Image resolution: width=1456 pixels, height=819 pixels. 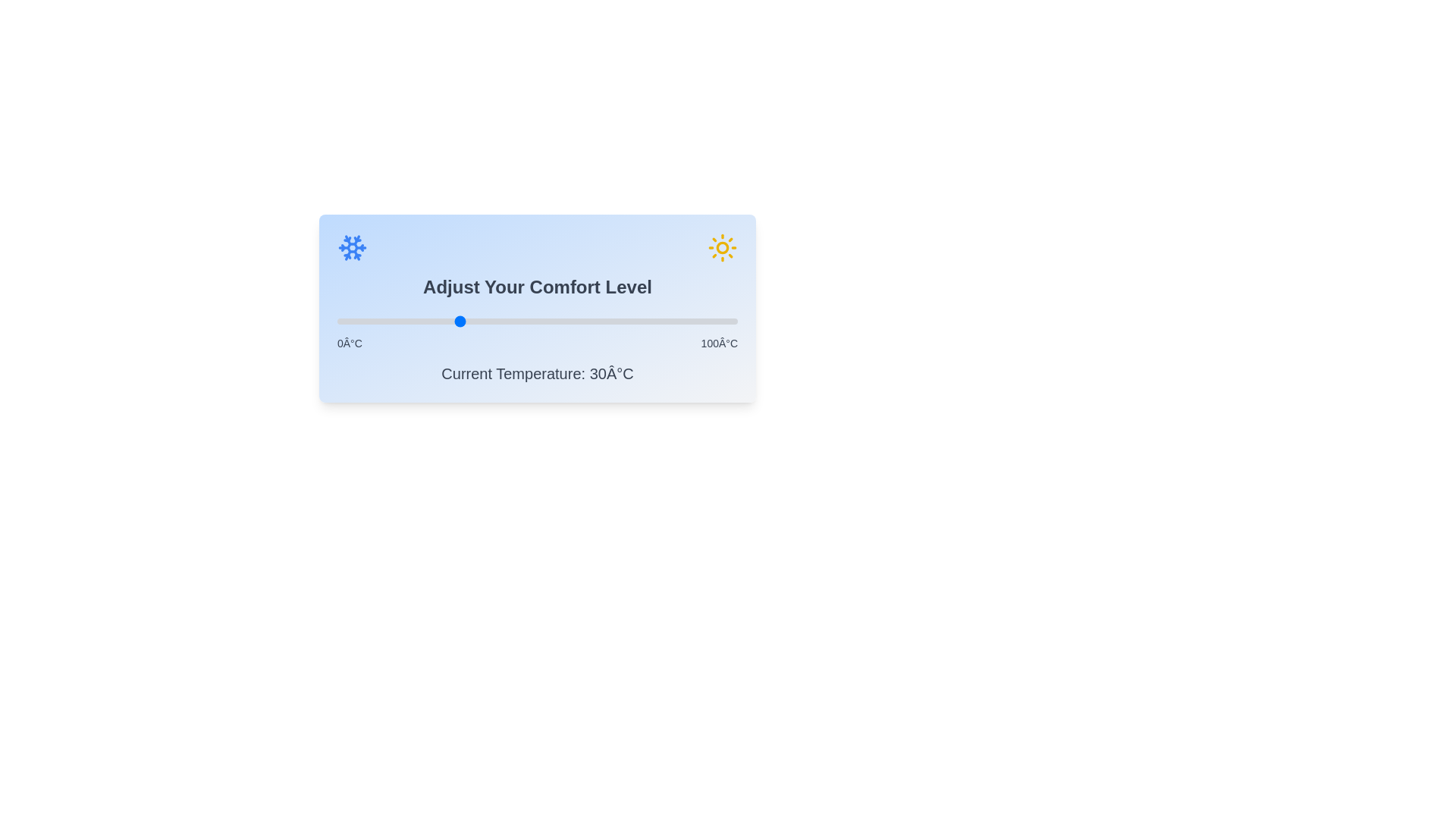 What do you see at coordinates (673, 321) in the screenshot?
I see `the comfort level slider to set the temperature to 84 degrees Celsius` at bounding box center [673, 321].